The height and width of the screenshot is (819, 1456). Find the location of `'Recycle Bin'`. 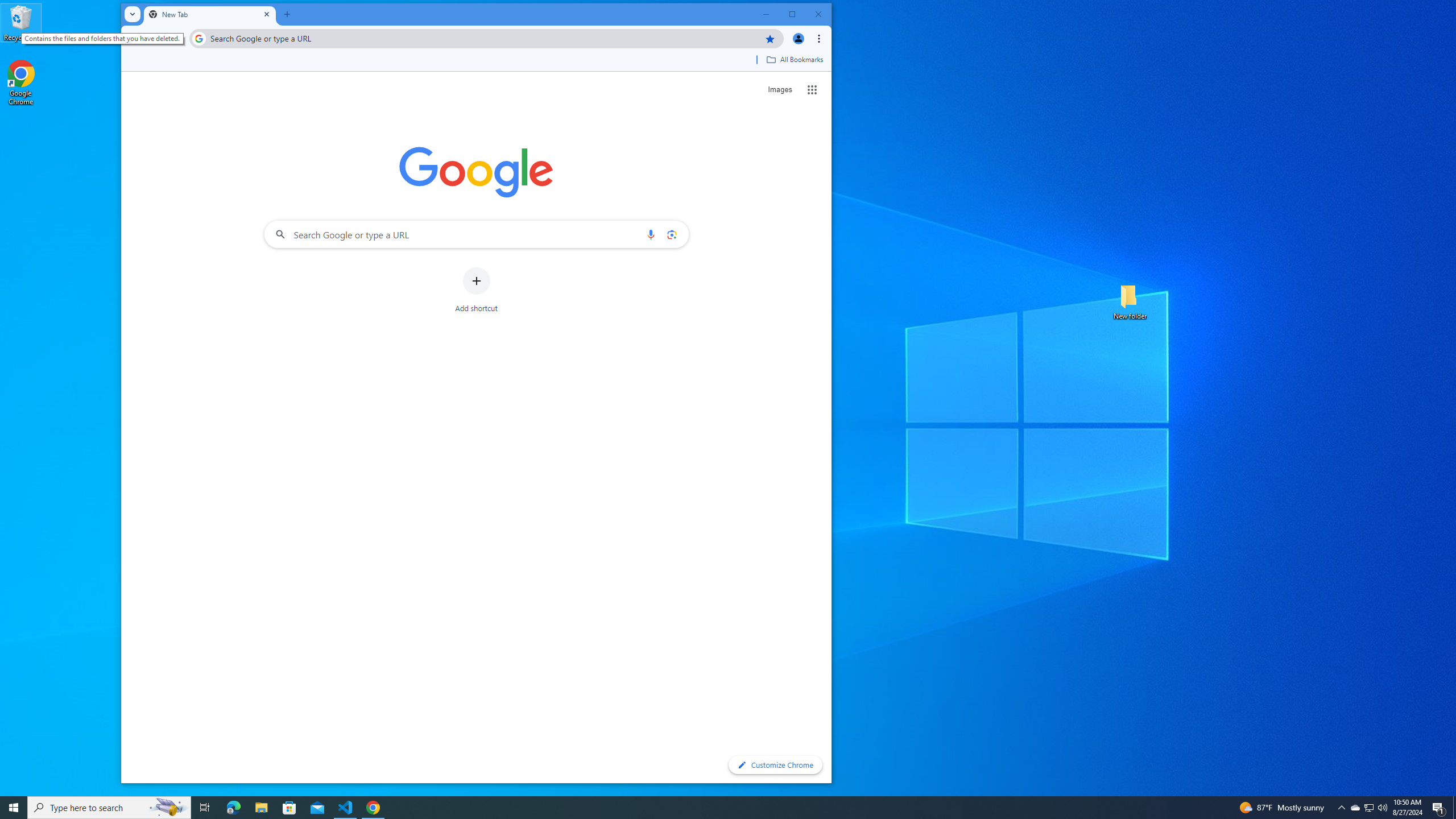

'Recycle Bin' is located at coordinates (20, 22).